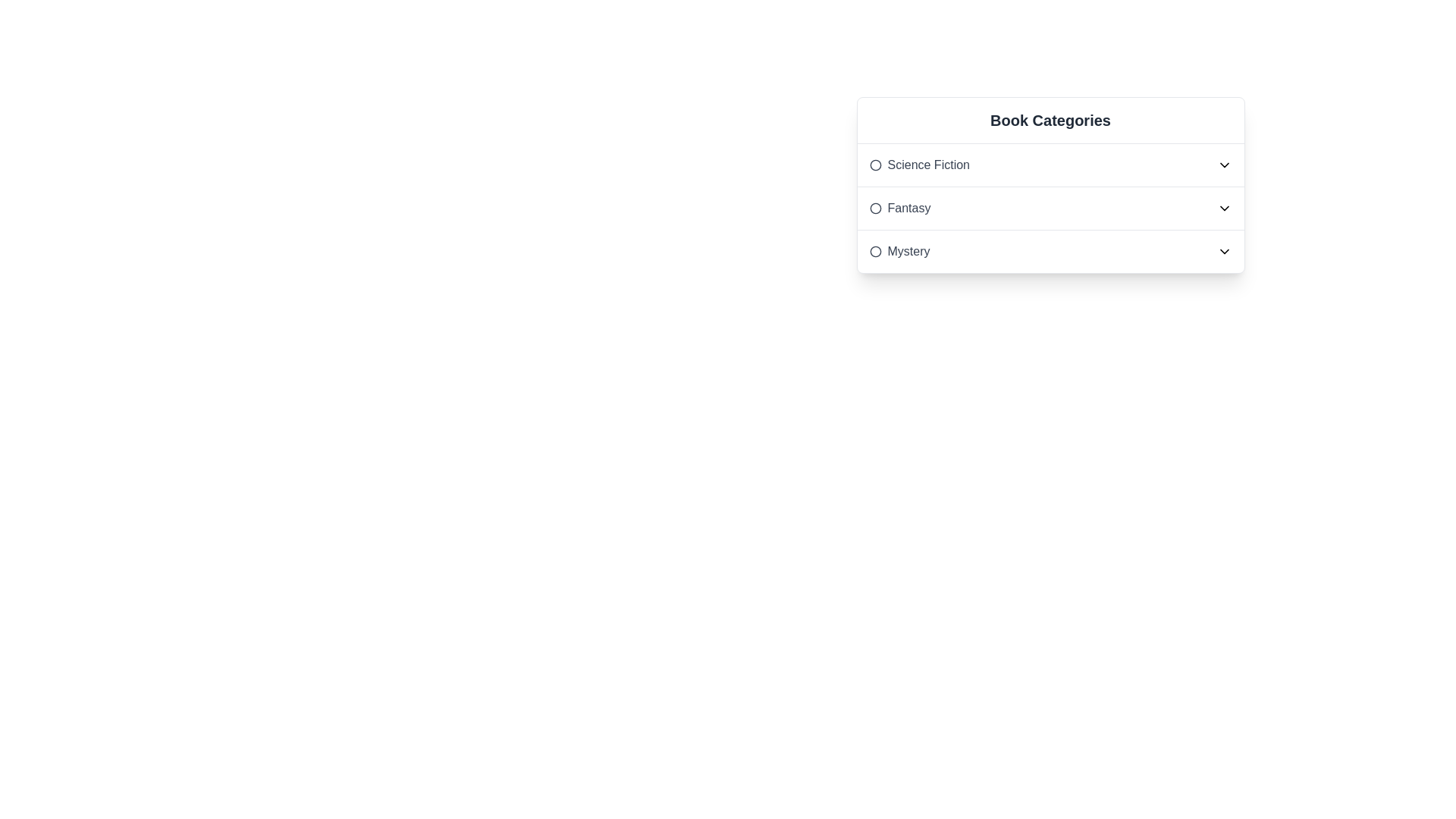 The image size is (1456, 819). I want to click on the down-chevron icon positioned on the right side of the 'Mystery' row, so click(1224, 250).